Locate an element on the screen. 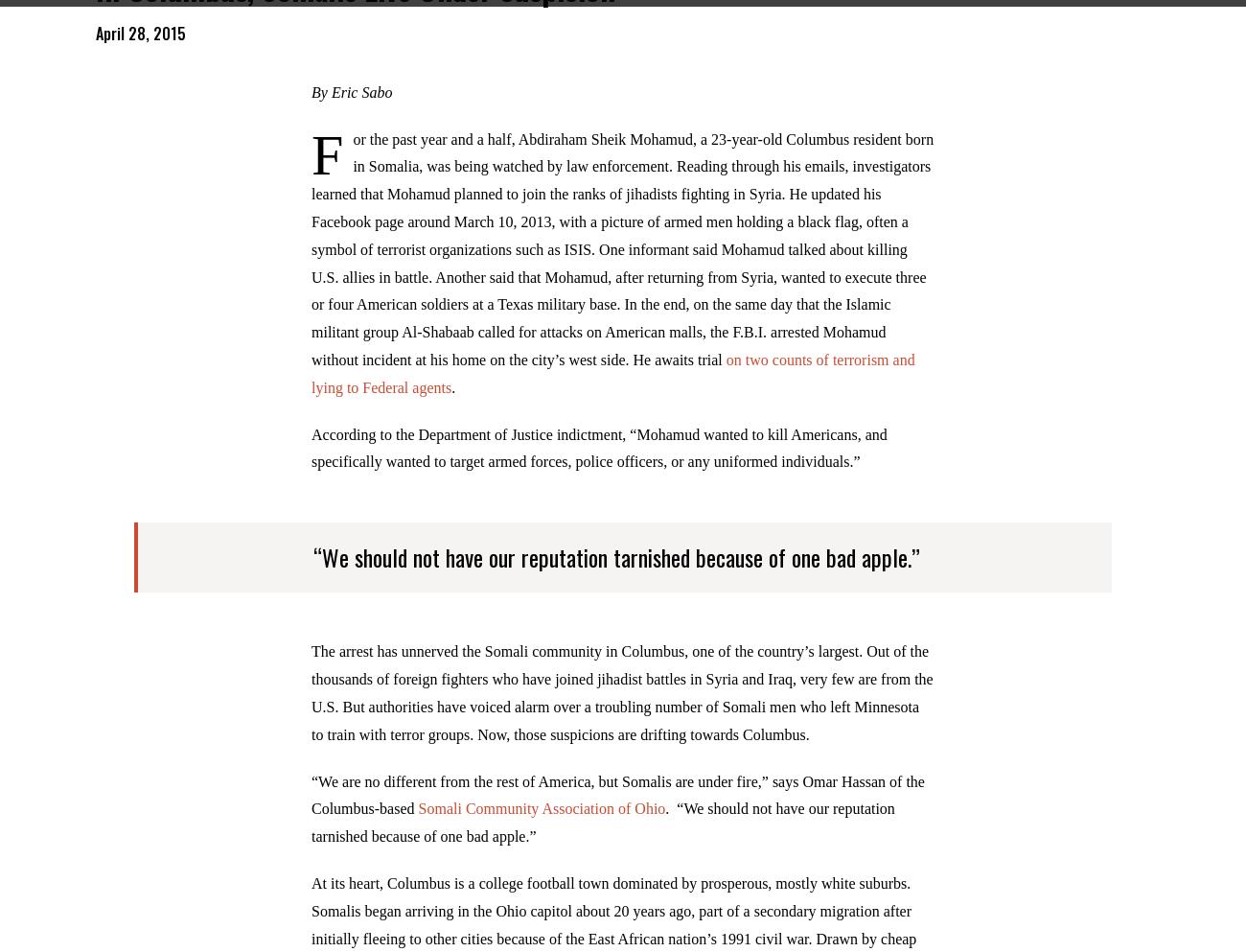 This screenshot has width=1246, height=952. 'According to the Department of Justice indictment, “Mohamud wanted to kill Americans, and specifically wanted to target armed forces, police officers, or any uniformed individuals.”' is located at coordinates (599, 460).